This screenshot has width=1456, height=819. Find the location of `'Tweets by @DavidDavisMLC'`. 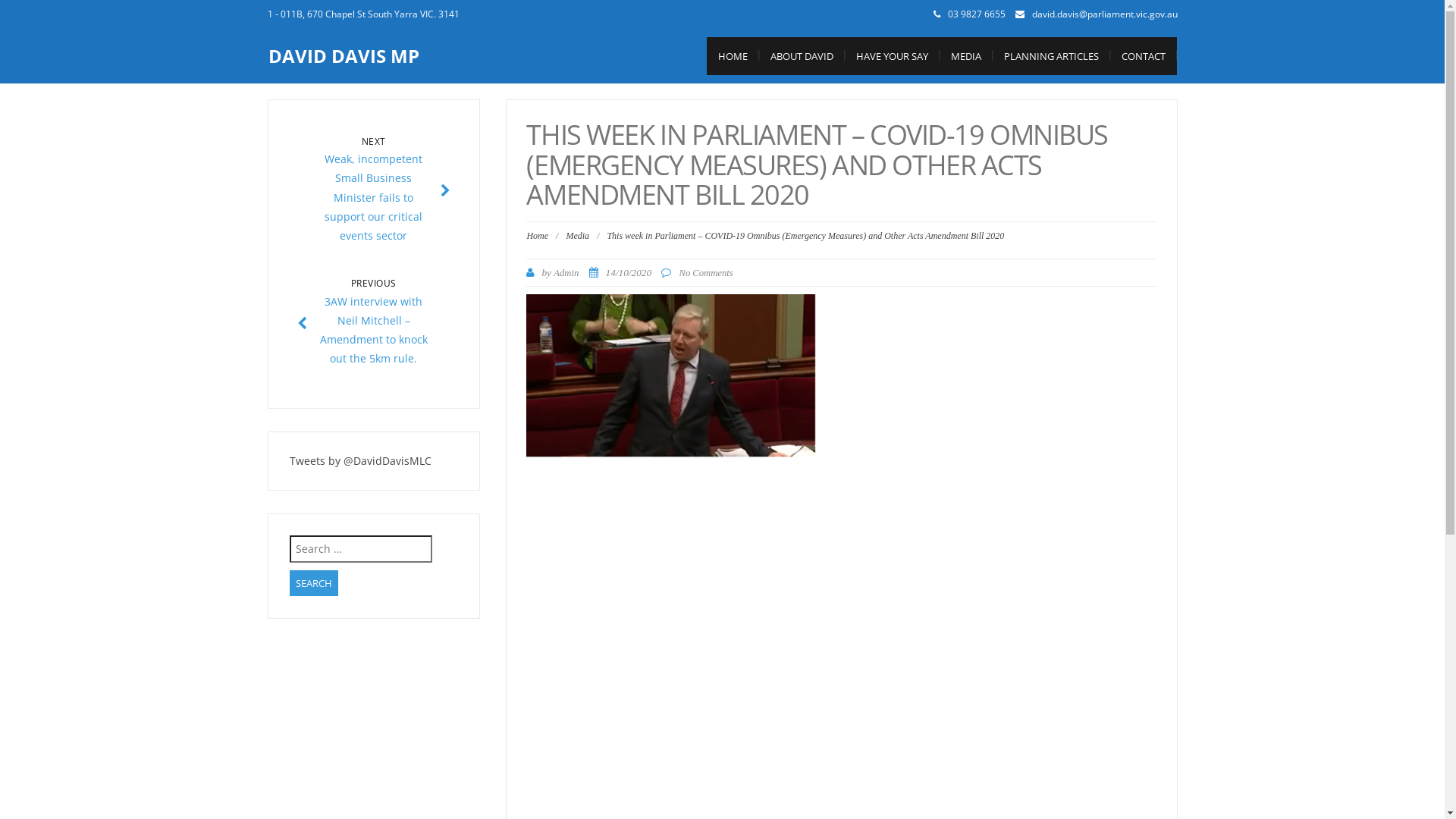

'Tweets by @DavidDavisMLC' is located at coordinates (290, 460).